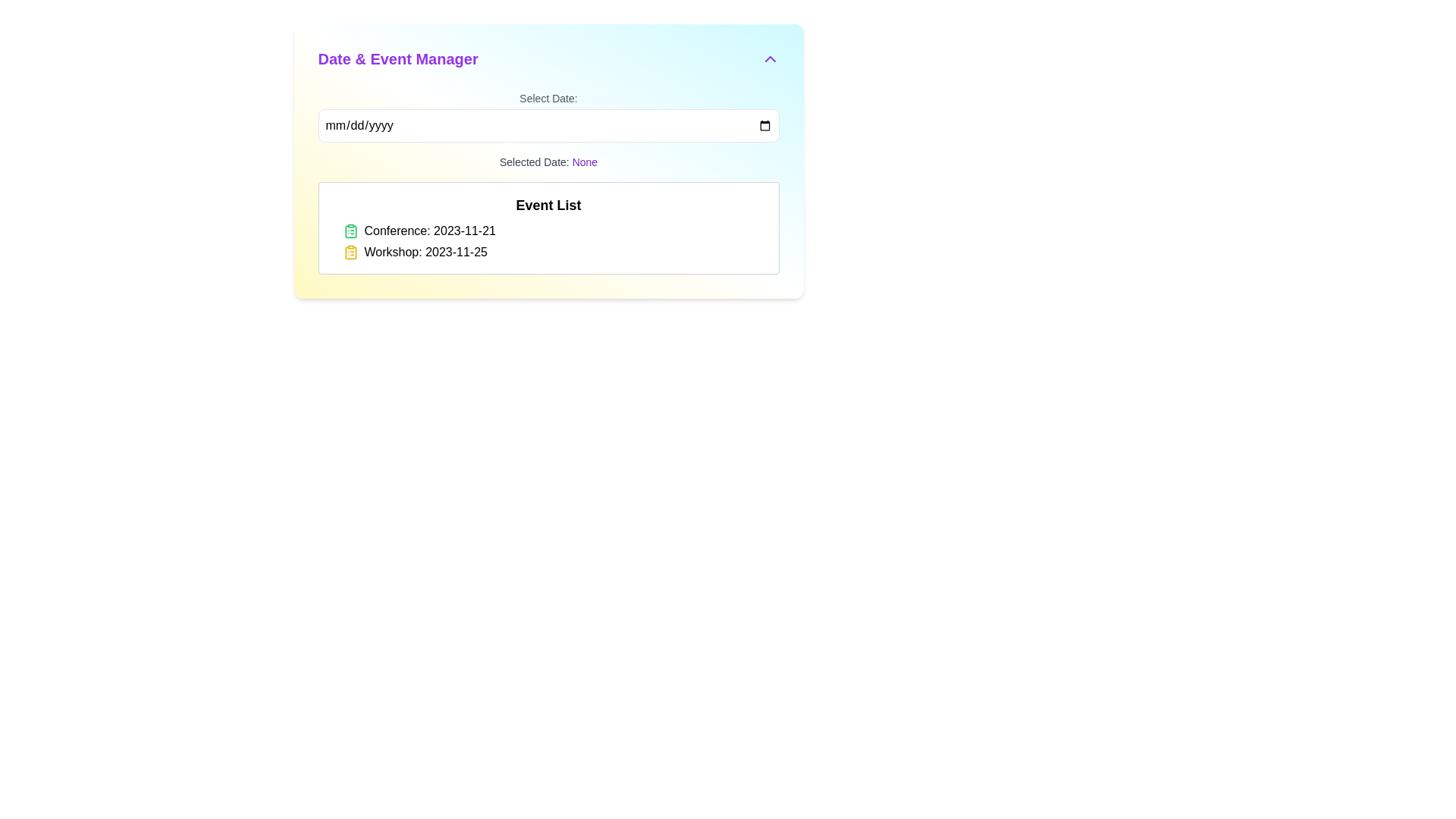 This screenshot has height=819, width=1456. Describe the element at coordinates (548, 162) in the screenshot. I see `the text display that reads 'Selected Date: None', which is located below the 'Select Date:' input field and above the 'Event List' section` at that location.